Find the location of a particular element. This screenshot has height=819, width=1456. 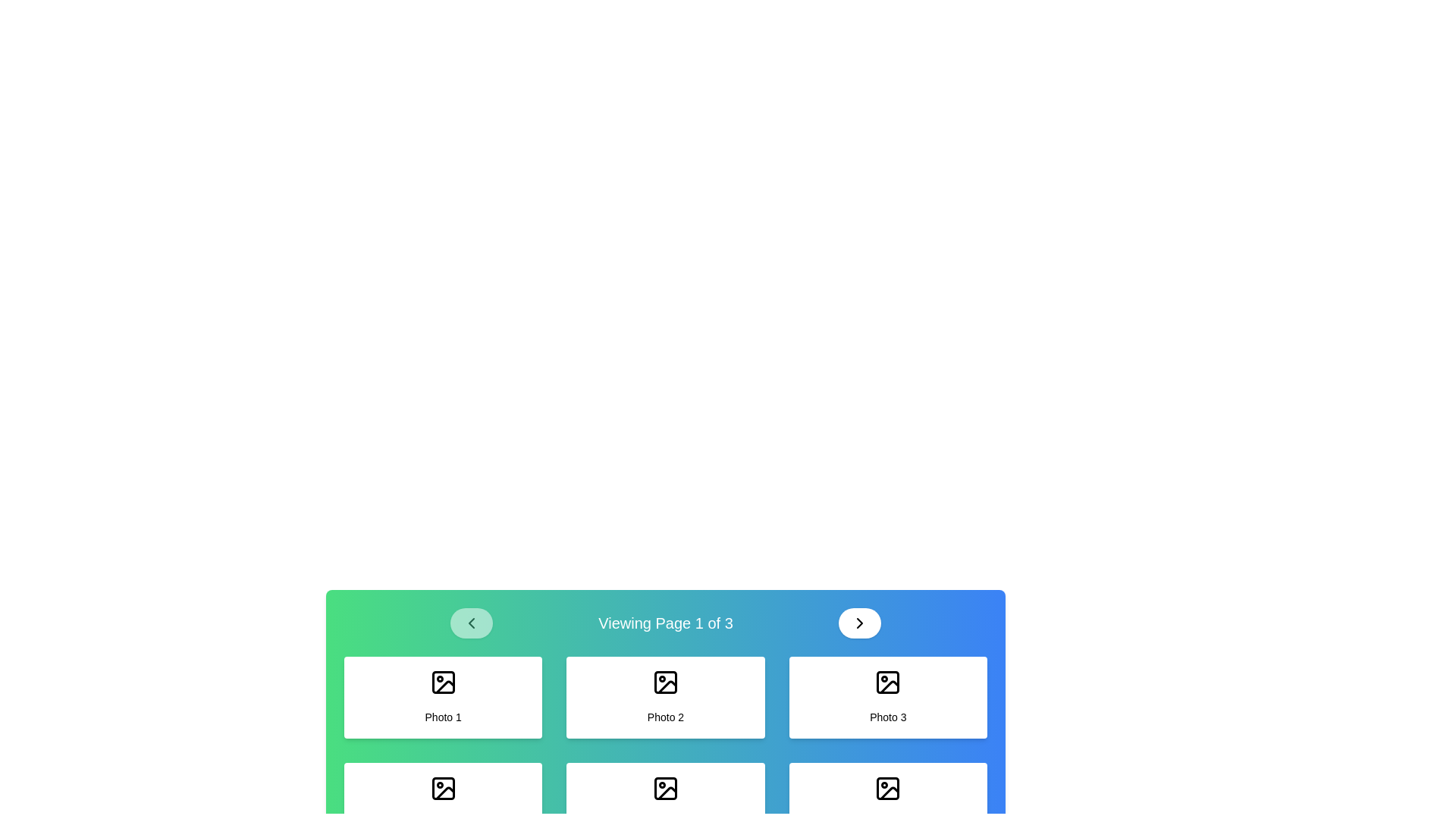

the icon representing the sun and mountain, located centrally above the text label in the 'Photo 1' card is located at coordinates (442, 681).